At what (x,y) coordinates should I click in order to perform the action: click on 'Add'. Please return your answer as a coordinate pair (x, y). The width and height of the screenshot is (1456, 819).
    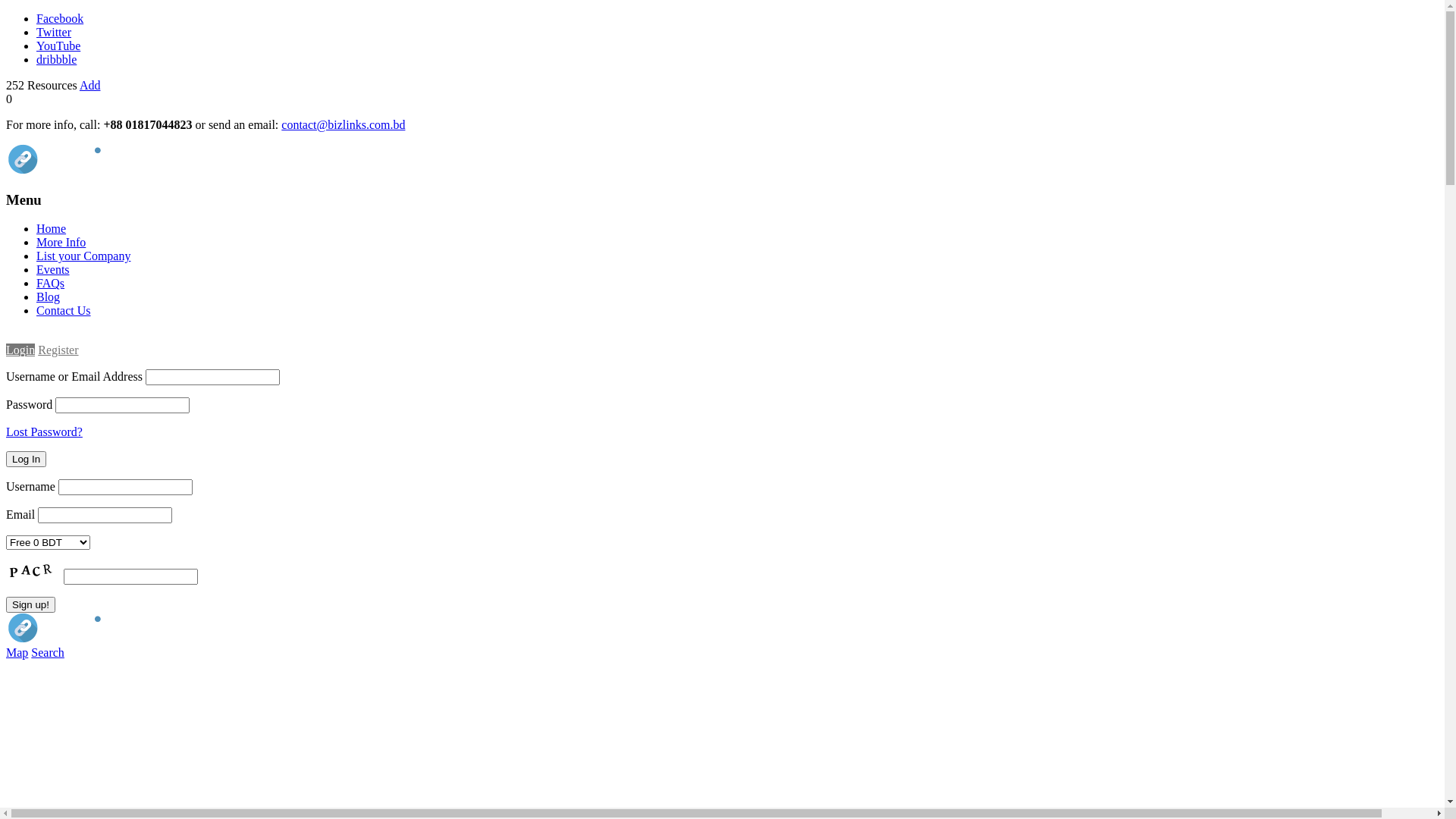
    Looking at the image, I should click on (89, 85).